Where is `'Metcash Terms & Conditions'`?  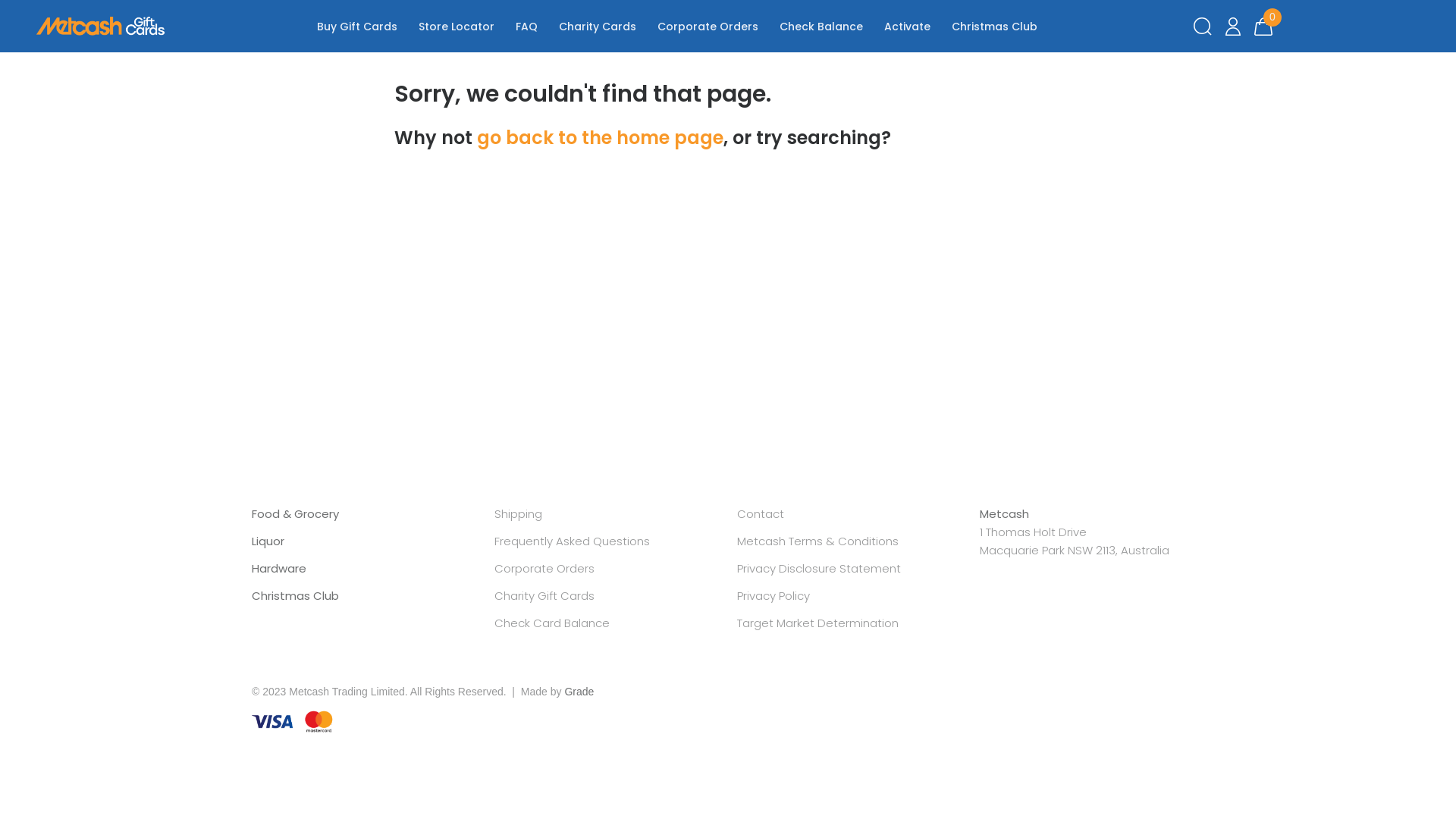
'Metcash Terms & Conditions' is located at coordinates (817, 540).